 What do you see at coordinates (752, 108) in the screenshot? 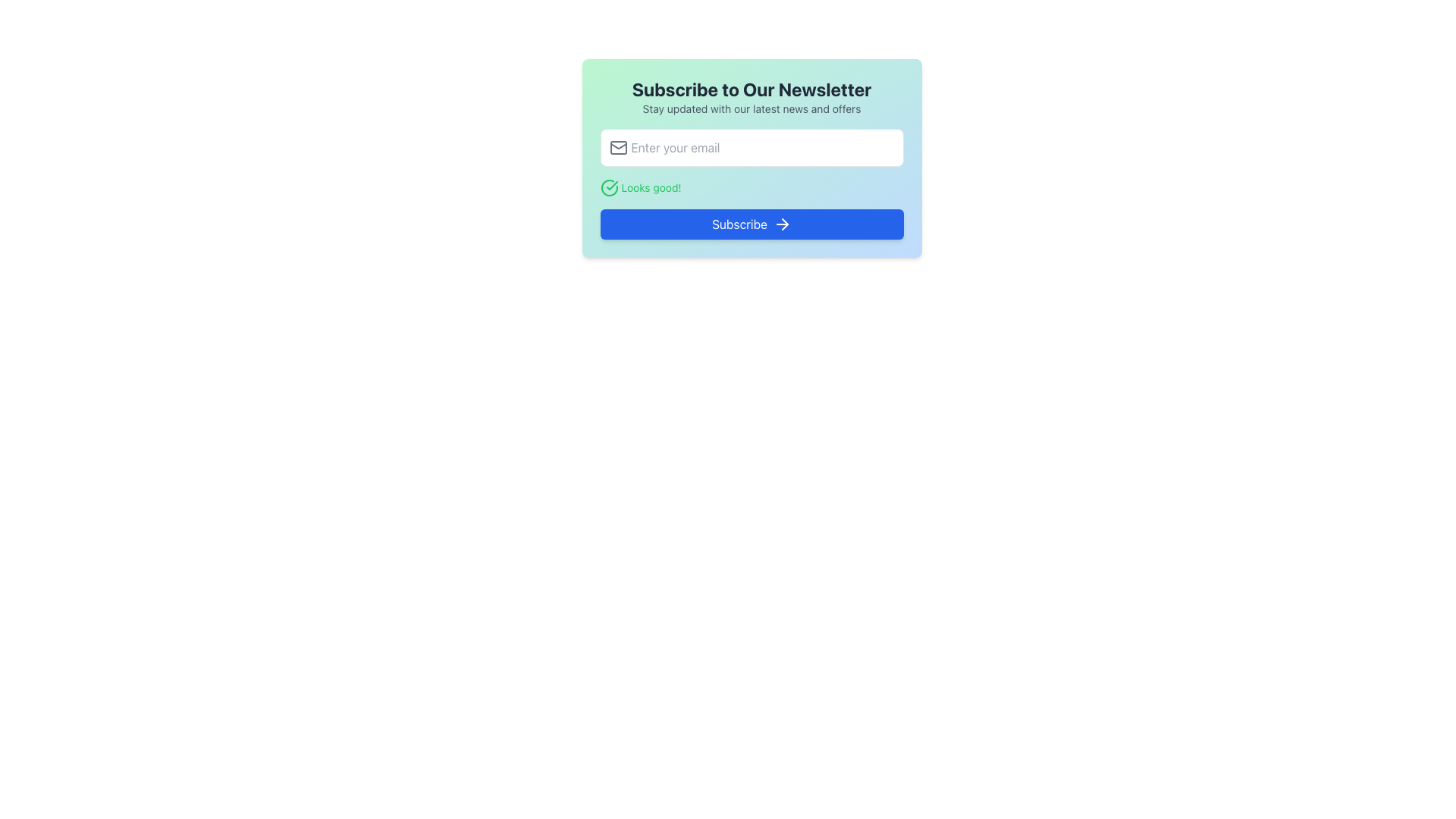
I see `the Text Label that provides instructions for the newsletter subscription, located directly below the 'Subscribe to Our Newsletter' header` at bounding box center [752, 108].